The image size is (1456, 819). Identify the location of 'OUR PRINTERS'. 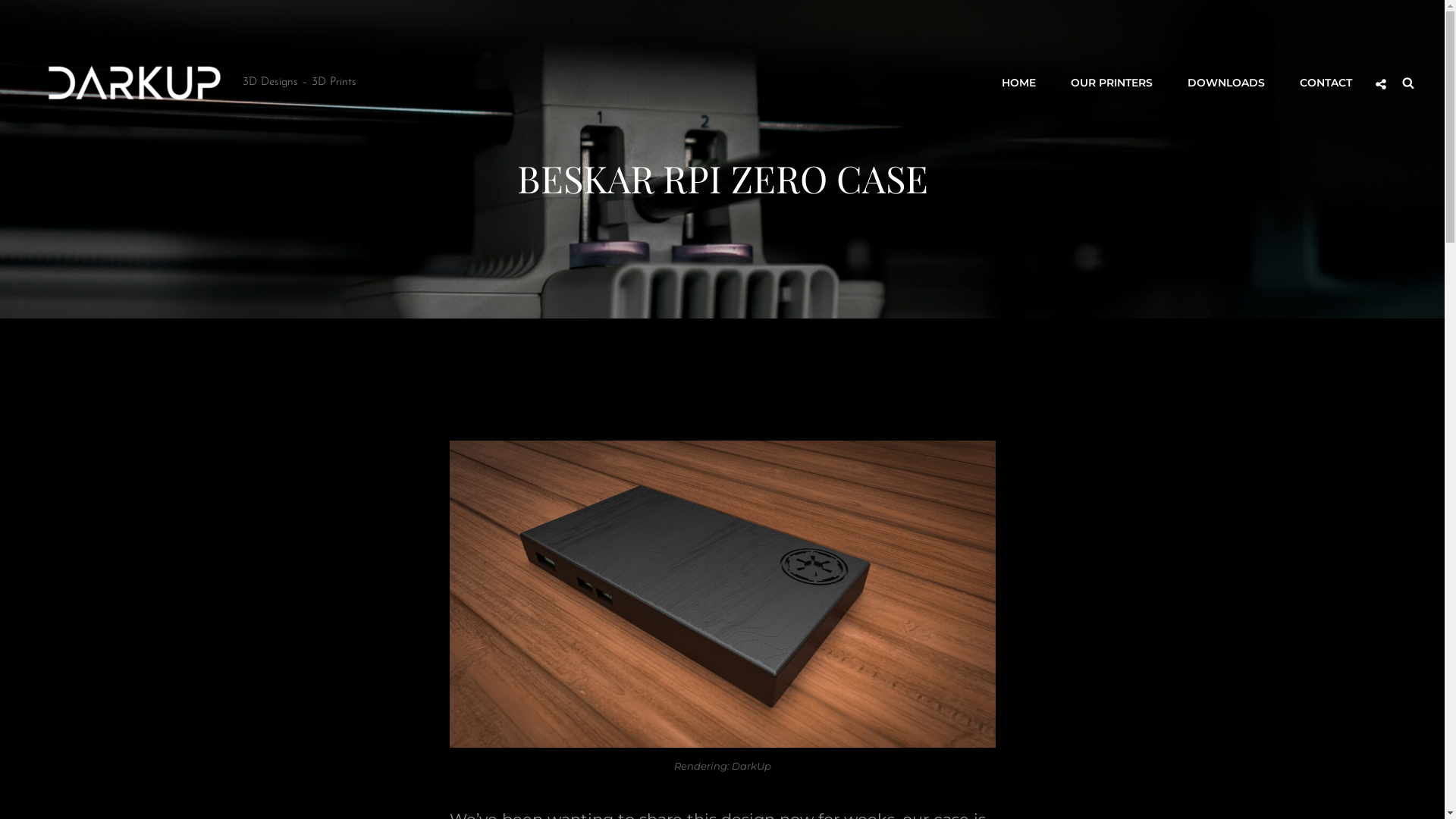
(1111, 82).